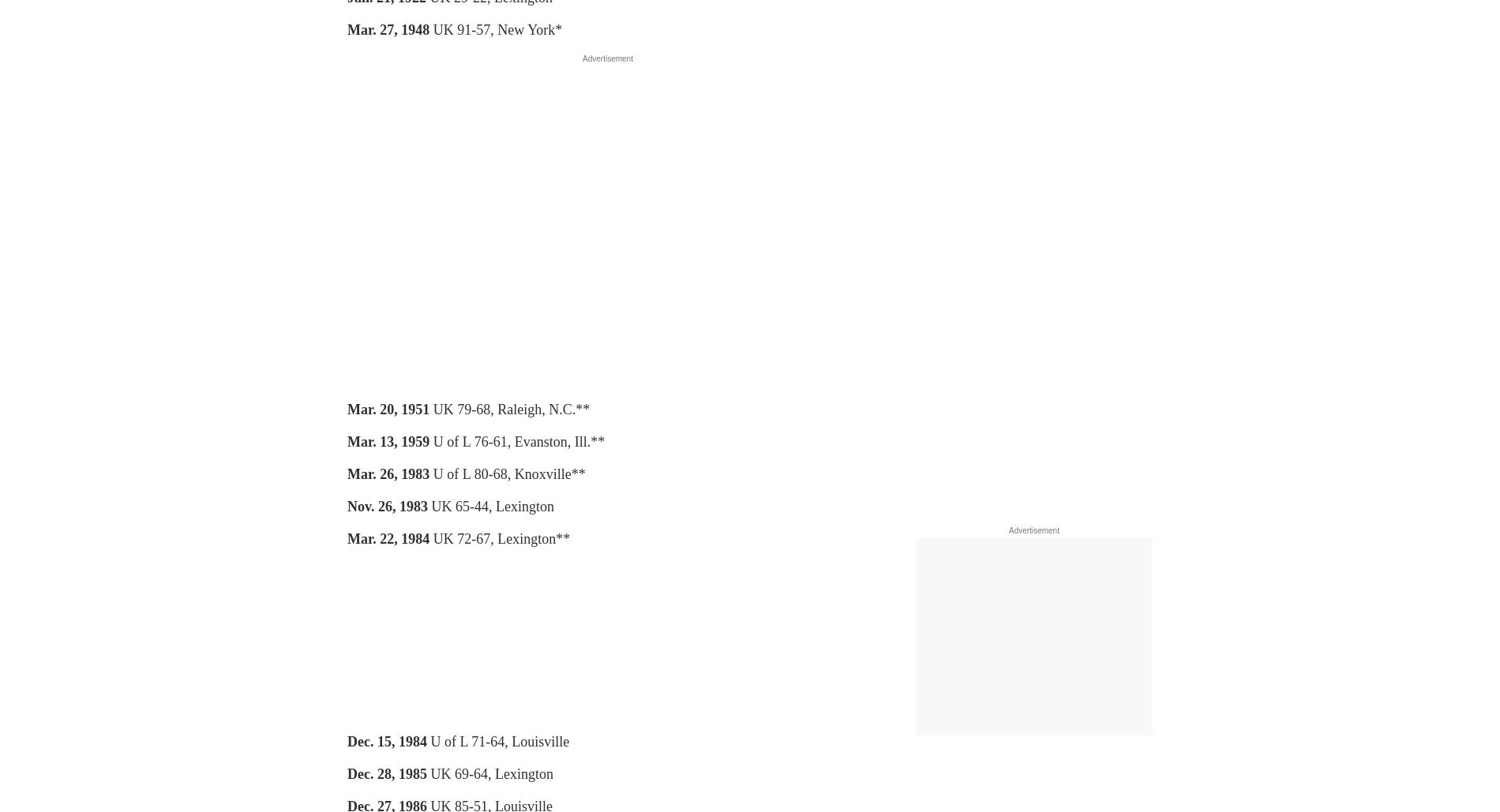 Image resolution: width=1500 pixels, height=812 pixels. I want to click on 'Mar. 22, 1984', so click(388, 538).